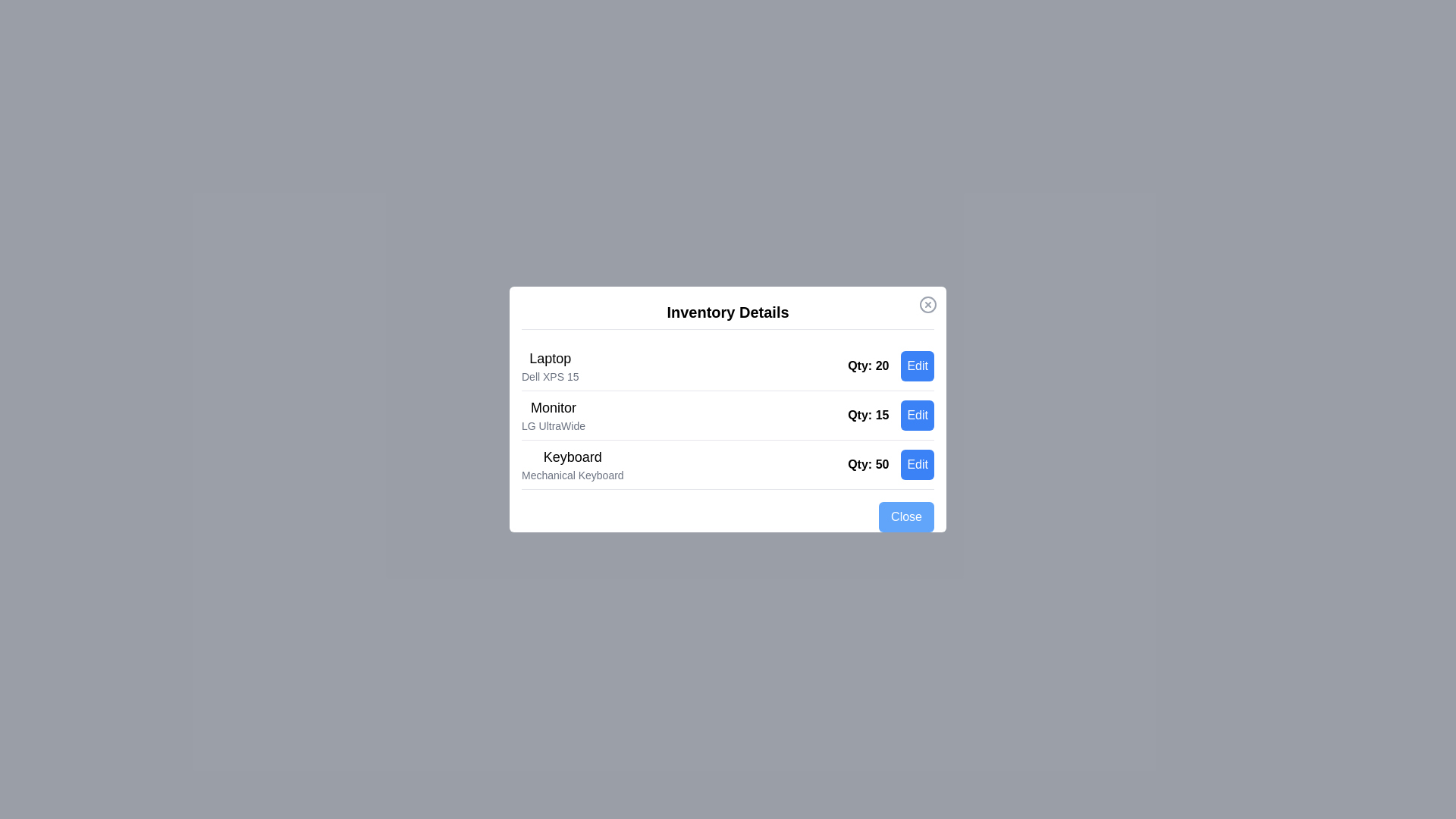 Image resolution: width=1456 pixels, height=819 pixels. Describe the element at coordinates (916, 366) in the screenshot. I see `the 'Edit' button for the item 'Laptop'` at that location.